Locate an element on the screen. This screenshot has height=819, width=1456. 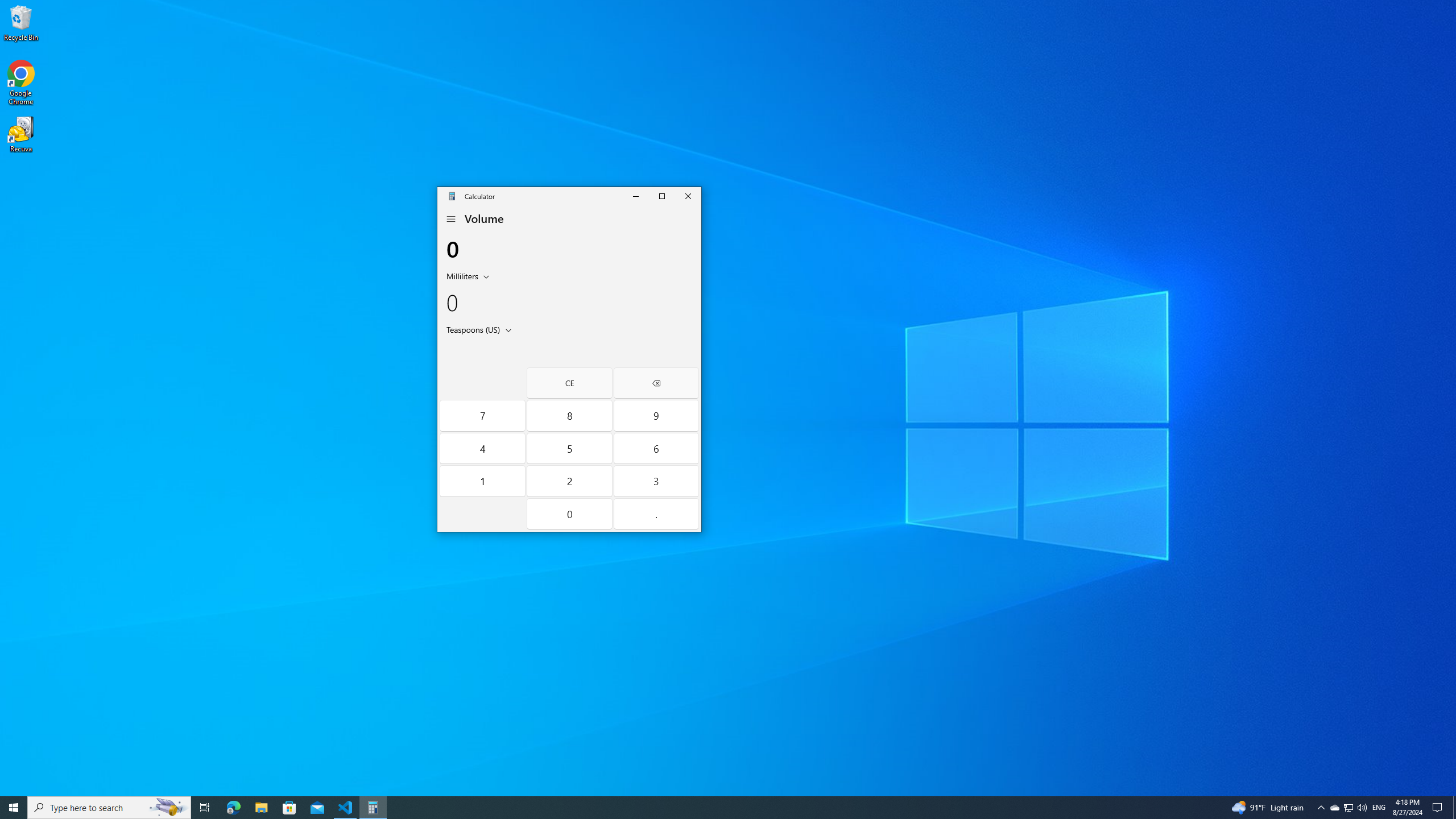
'Decimal separator' is located at coordinates (656, 514).